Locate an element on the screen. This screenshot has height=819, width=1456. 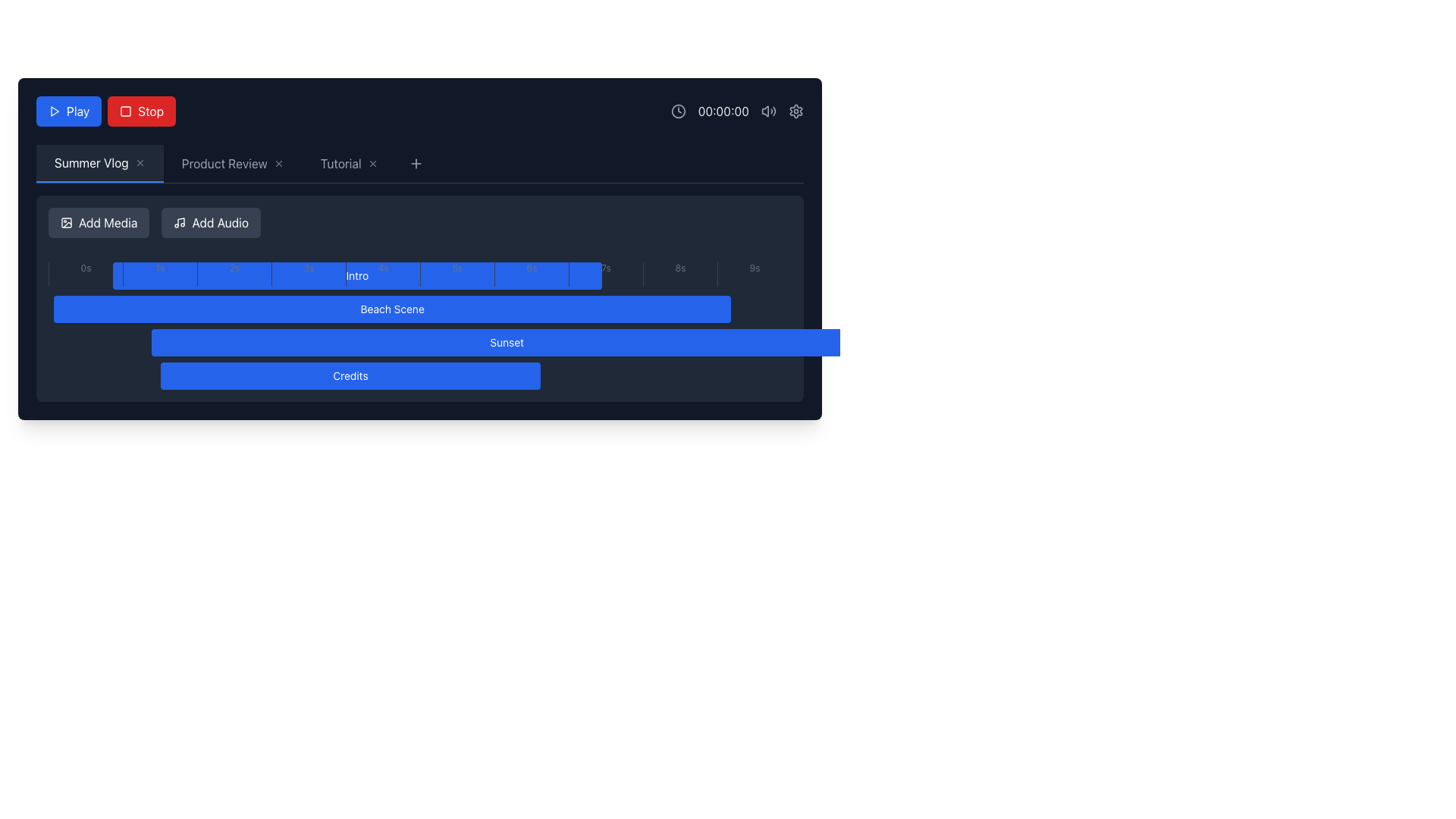
the circular gray clock icon with a minimalistic design that has two hands indicating time is located at coordinates (677, 110).